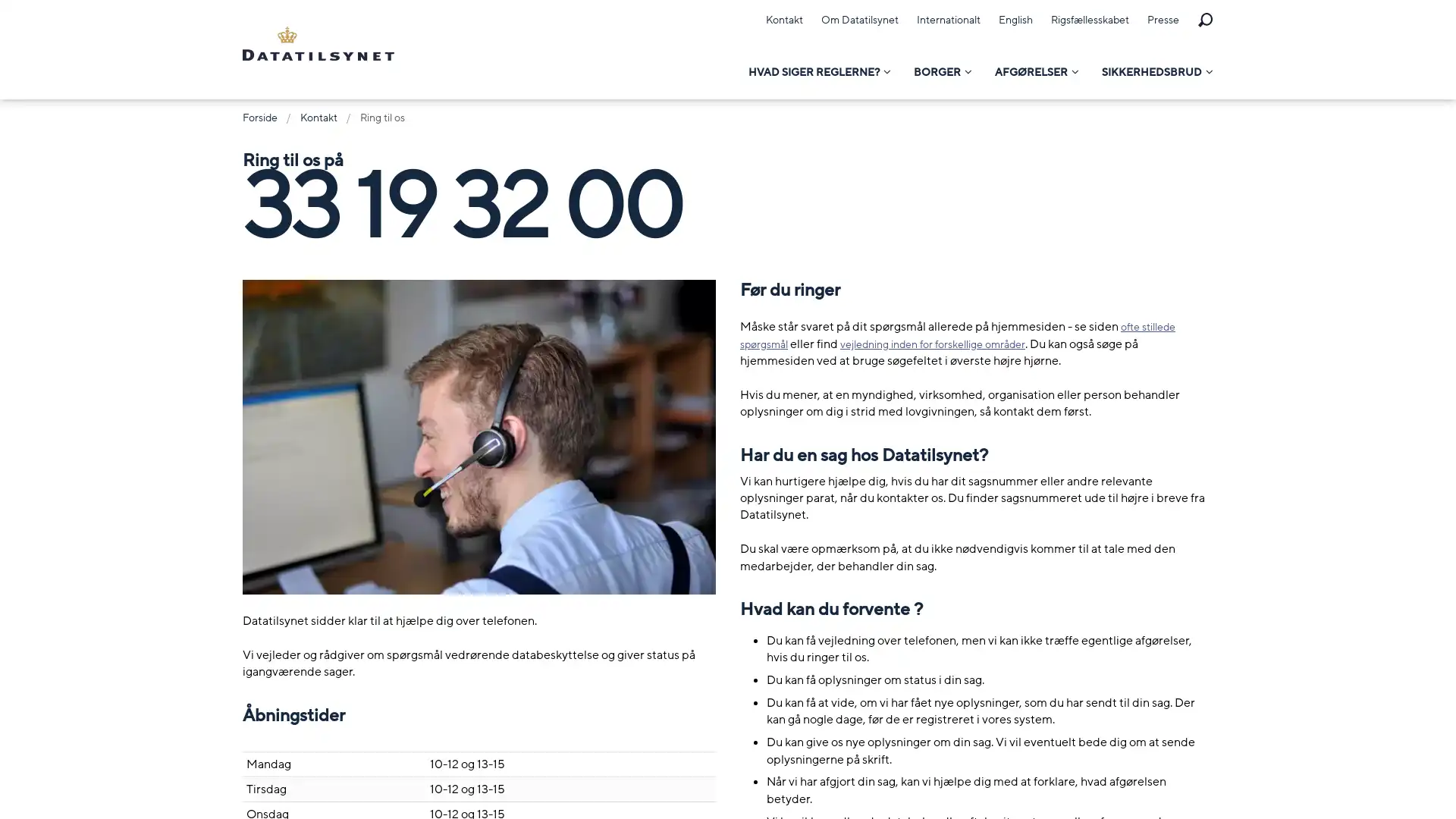  What do you see at coordinates (1203, 20) in the screenshot?
I see `Fold sgefelt ud` at bounding box center [1203, 20].